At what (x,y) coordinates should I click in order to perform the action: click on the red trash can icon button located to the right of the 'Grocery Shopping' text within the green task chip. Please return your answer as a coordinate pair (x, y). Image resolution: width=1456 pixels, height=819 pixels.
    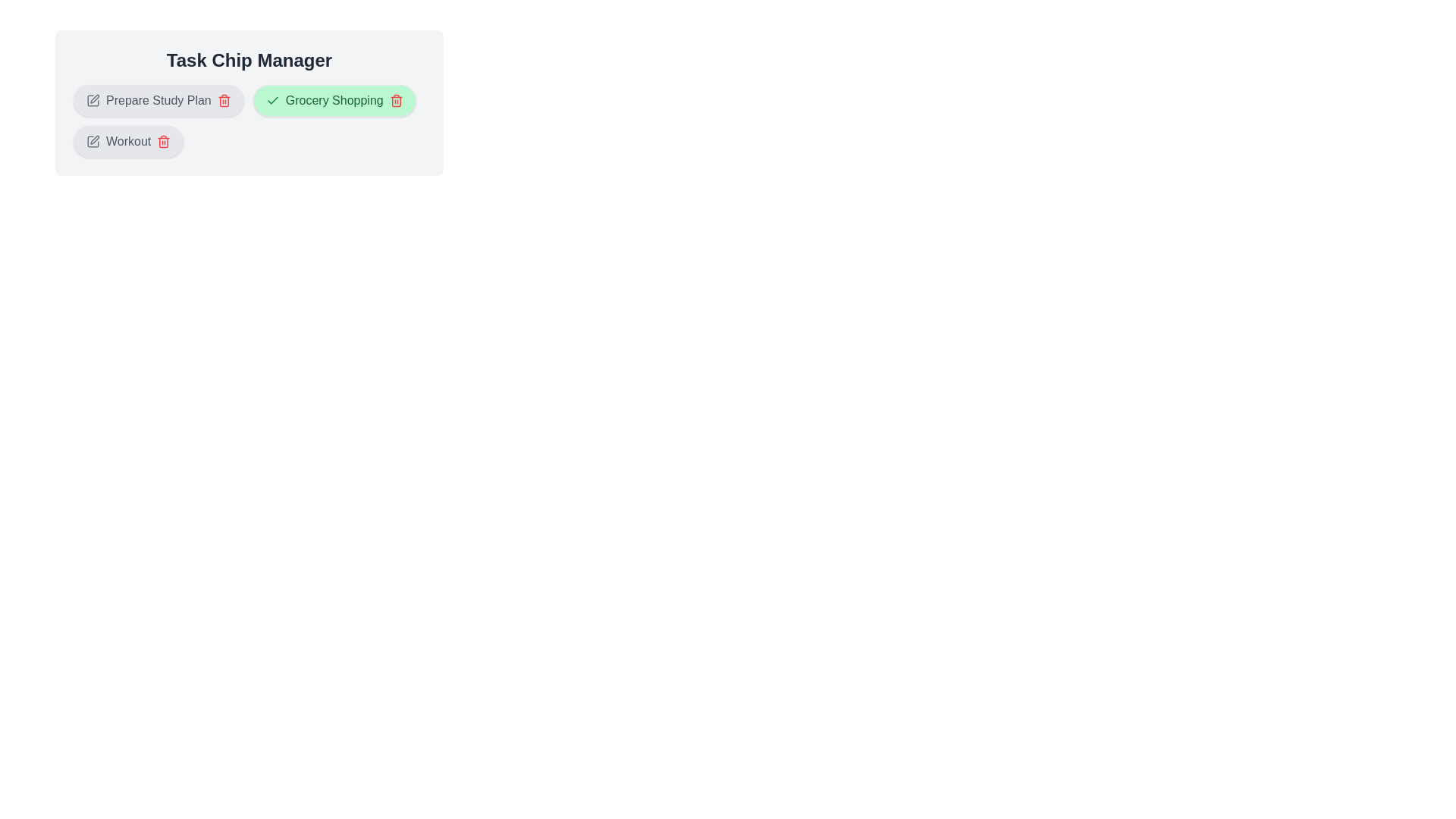
    Looking at the image, I should click on (396, 100).